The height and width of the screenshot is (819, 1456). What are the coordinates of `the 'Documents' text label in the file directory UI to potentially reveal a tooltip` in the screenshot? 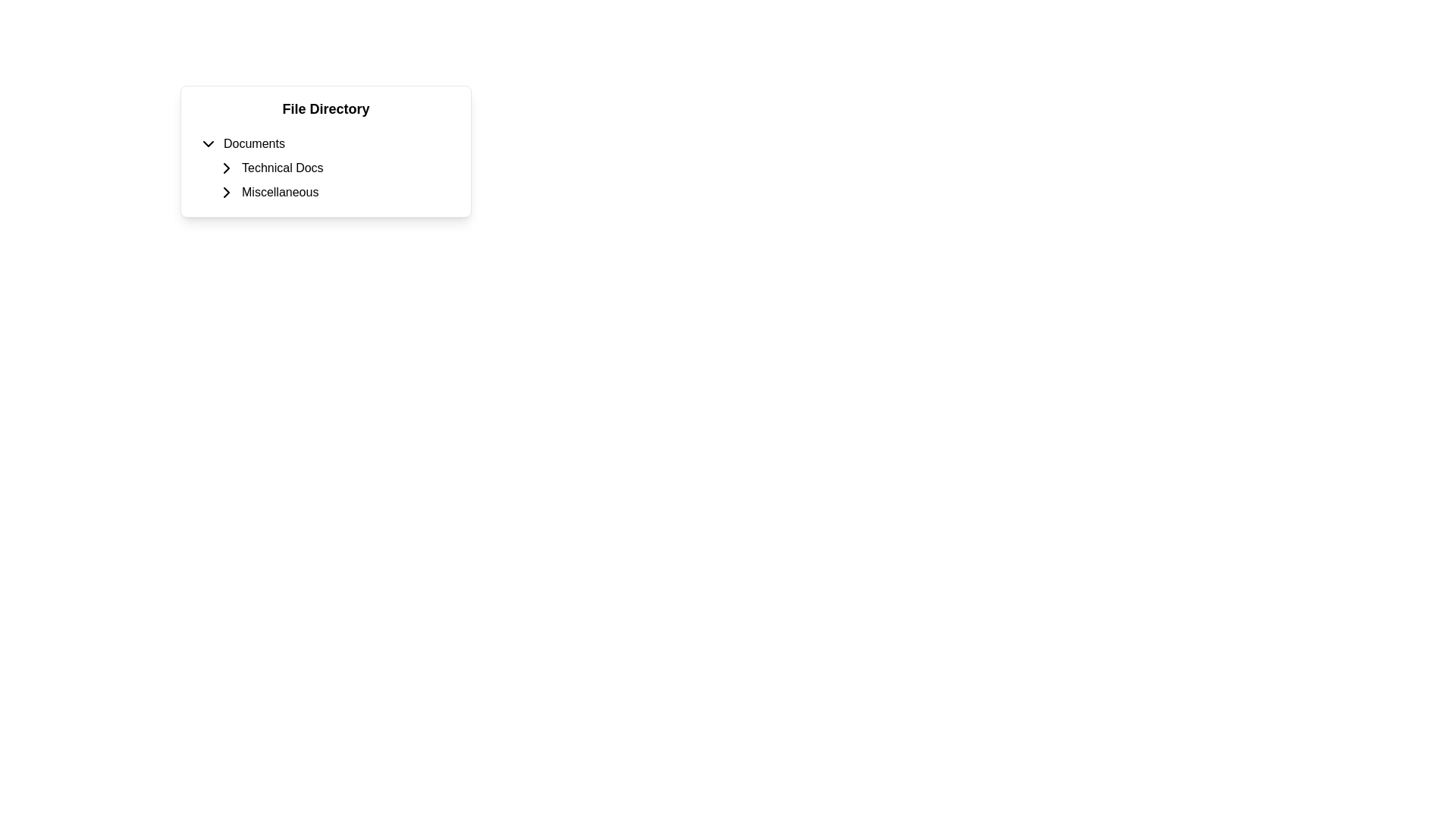 It's located at (254, 143).